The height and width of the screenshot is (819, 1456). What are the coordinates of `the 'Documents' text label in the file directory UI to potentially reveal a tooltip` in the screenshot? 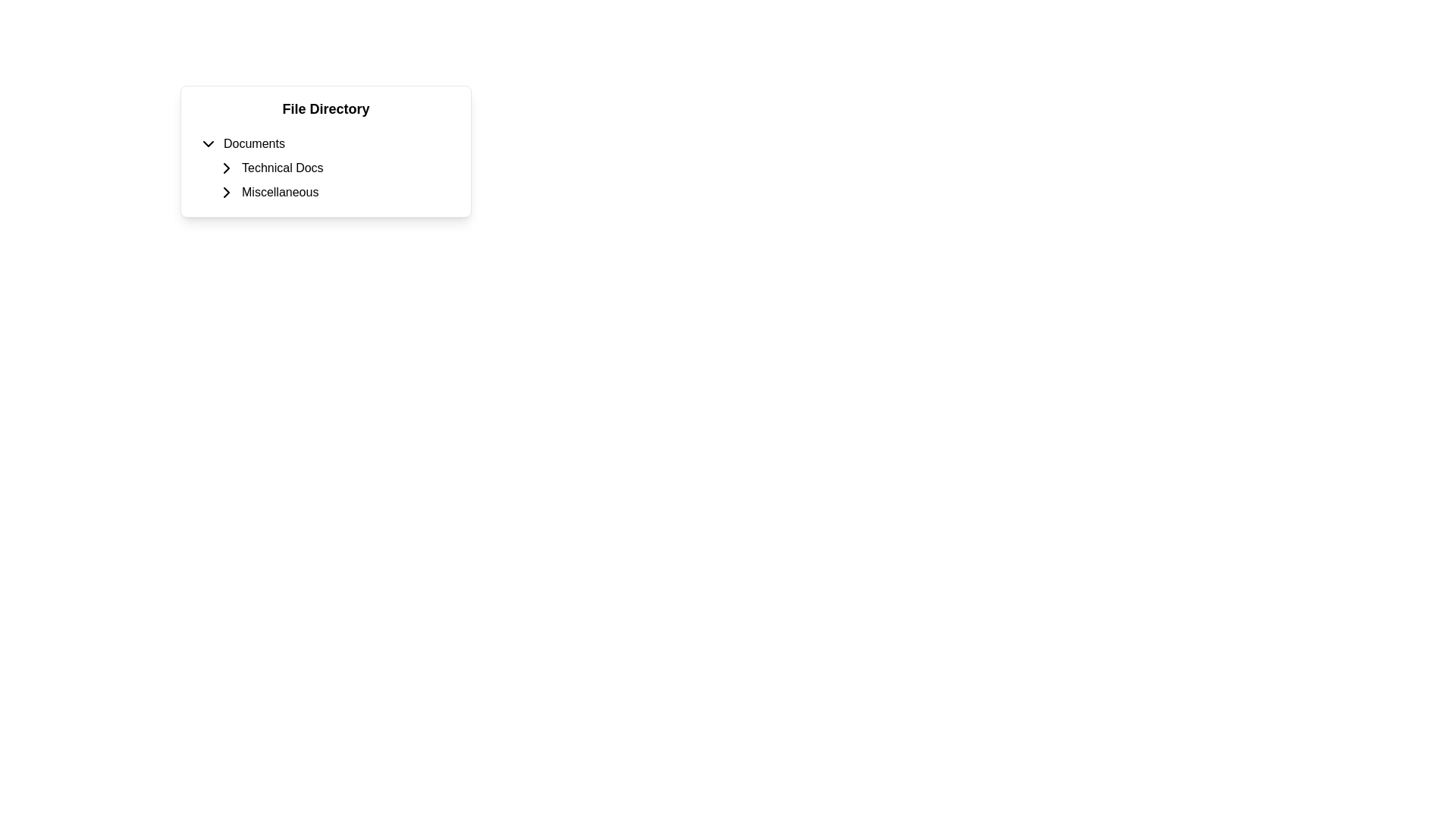 It's located at (254, 143).